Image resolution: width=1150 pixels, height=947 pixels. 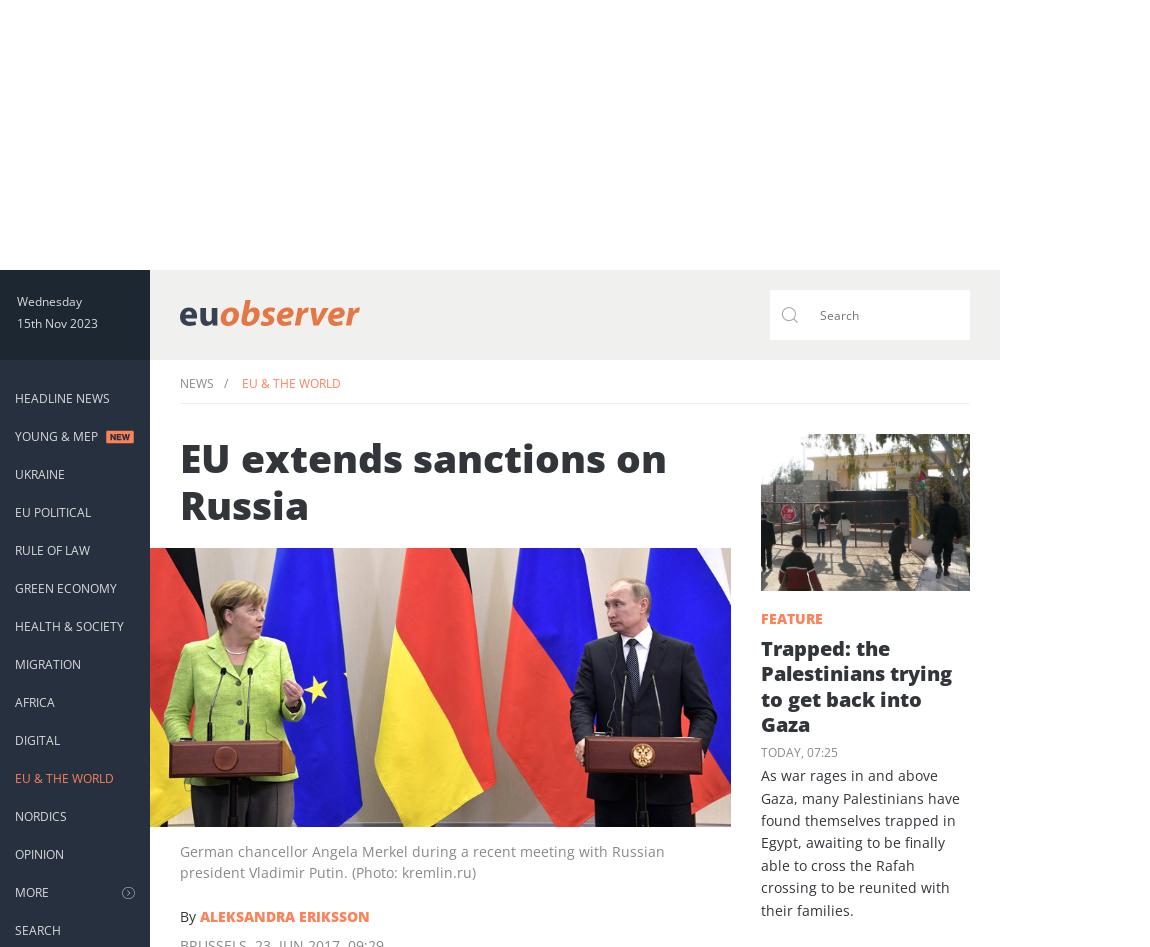 What do you see at coordinates (797, 751) in the screenshot?
I see `'Today, 07:25'` at bounding box center [797, 751].